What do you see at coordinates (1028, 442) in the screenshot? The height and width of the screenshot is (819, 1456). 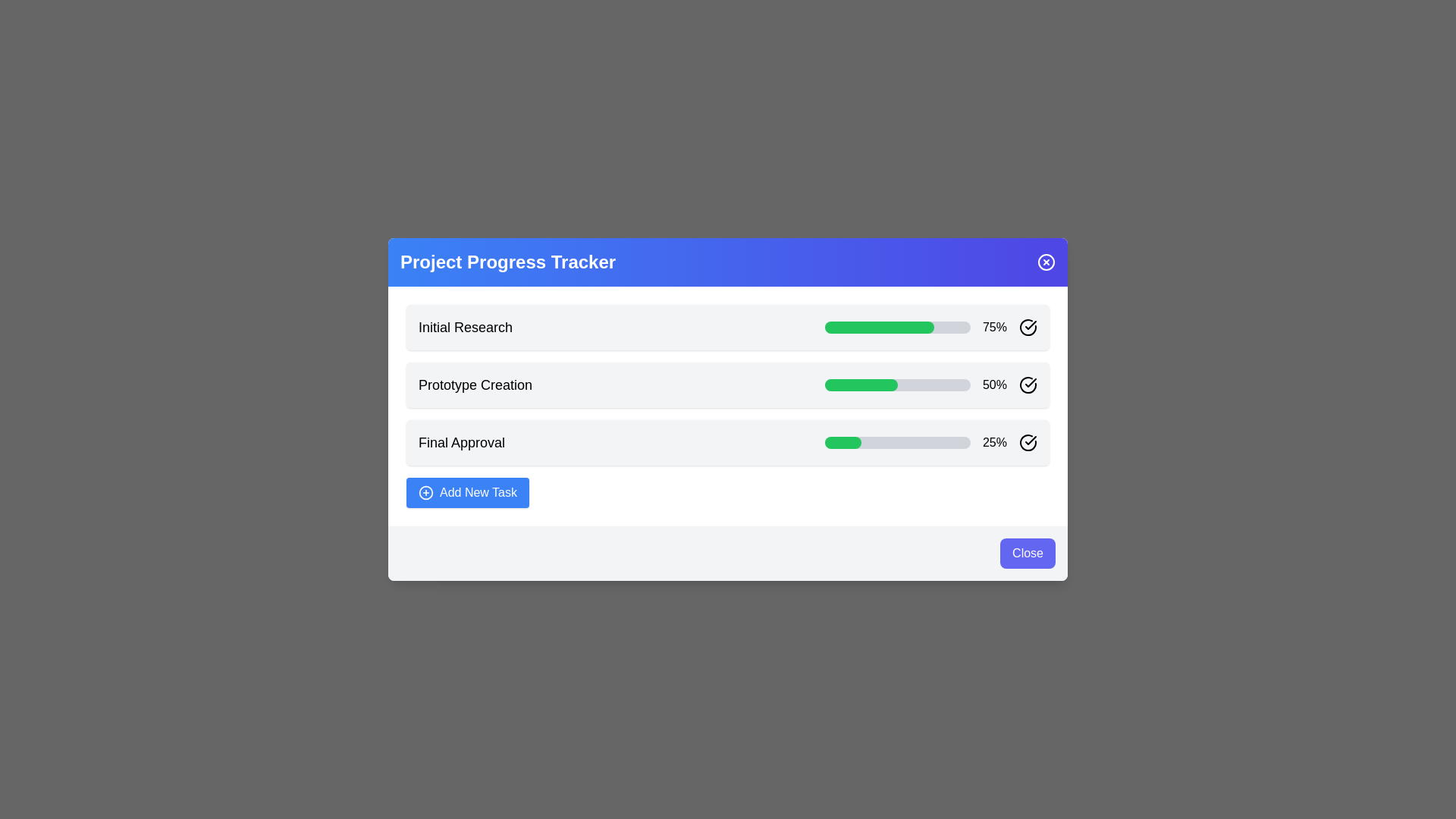 I see `the circular checkmark icon located at the far right of the 'Final Approval' progress row for further information or interaction` at bounding box center [1028, 442].